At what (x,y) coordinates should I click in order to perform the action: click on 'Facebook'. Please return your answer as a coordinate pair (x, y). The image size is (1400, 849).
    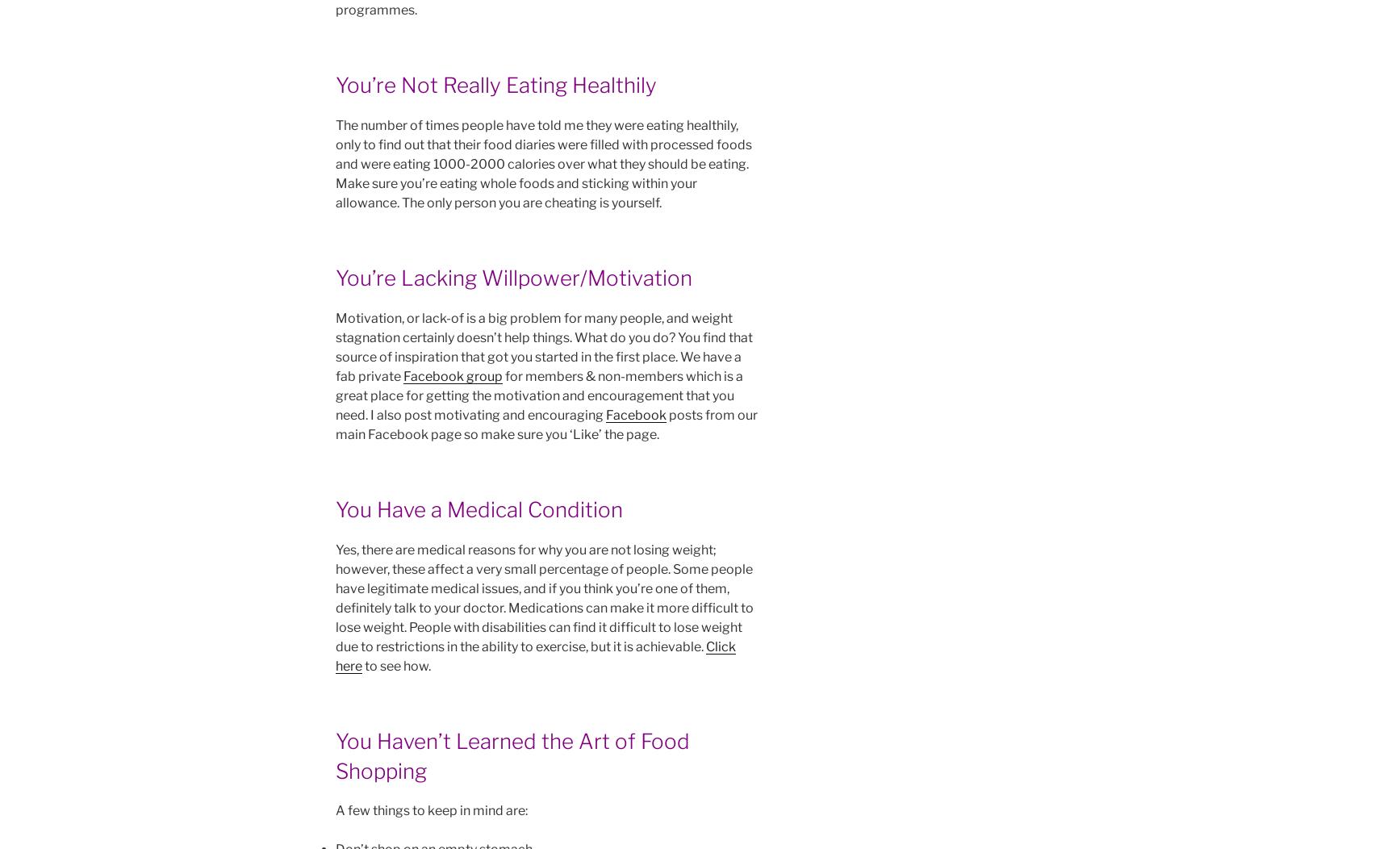
    Looking at the image, I should click on (635, 414).